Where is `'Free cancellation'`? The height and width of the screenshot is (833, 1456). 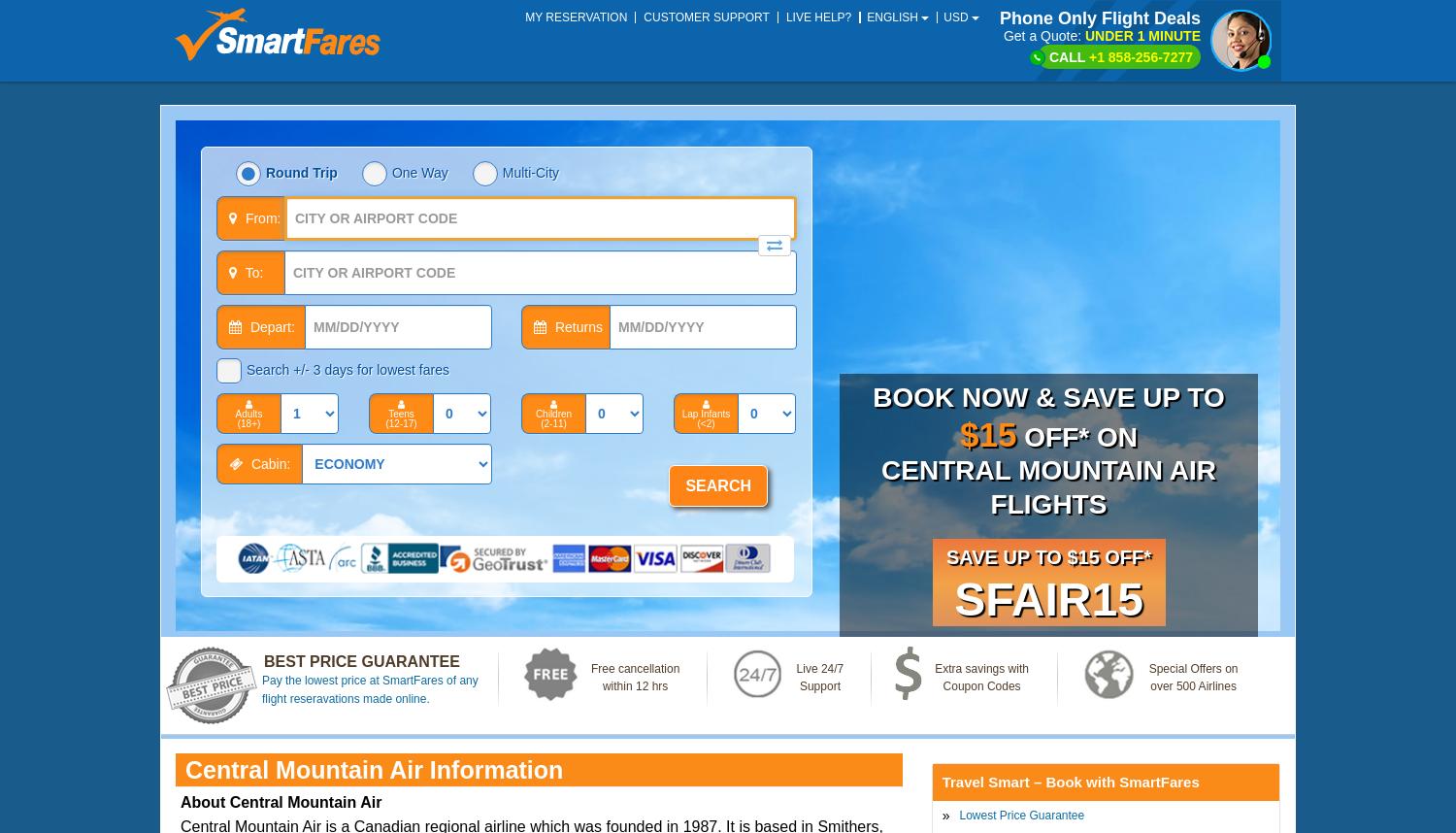
'Free cancellation' is located at coordinates (635, 668).